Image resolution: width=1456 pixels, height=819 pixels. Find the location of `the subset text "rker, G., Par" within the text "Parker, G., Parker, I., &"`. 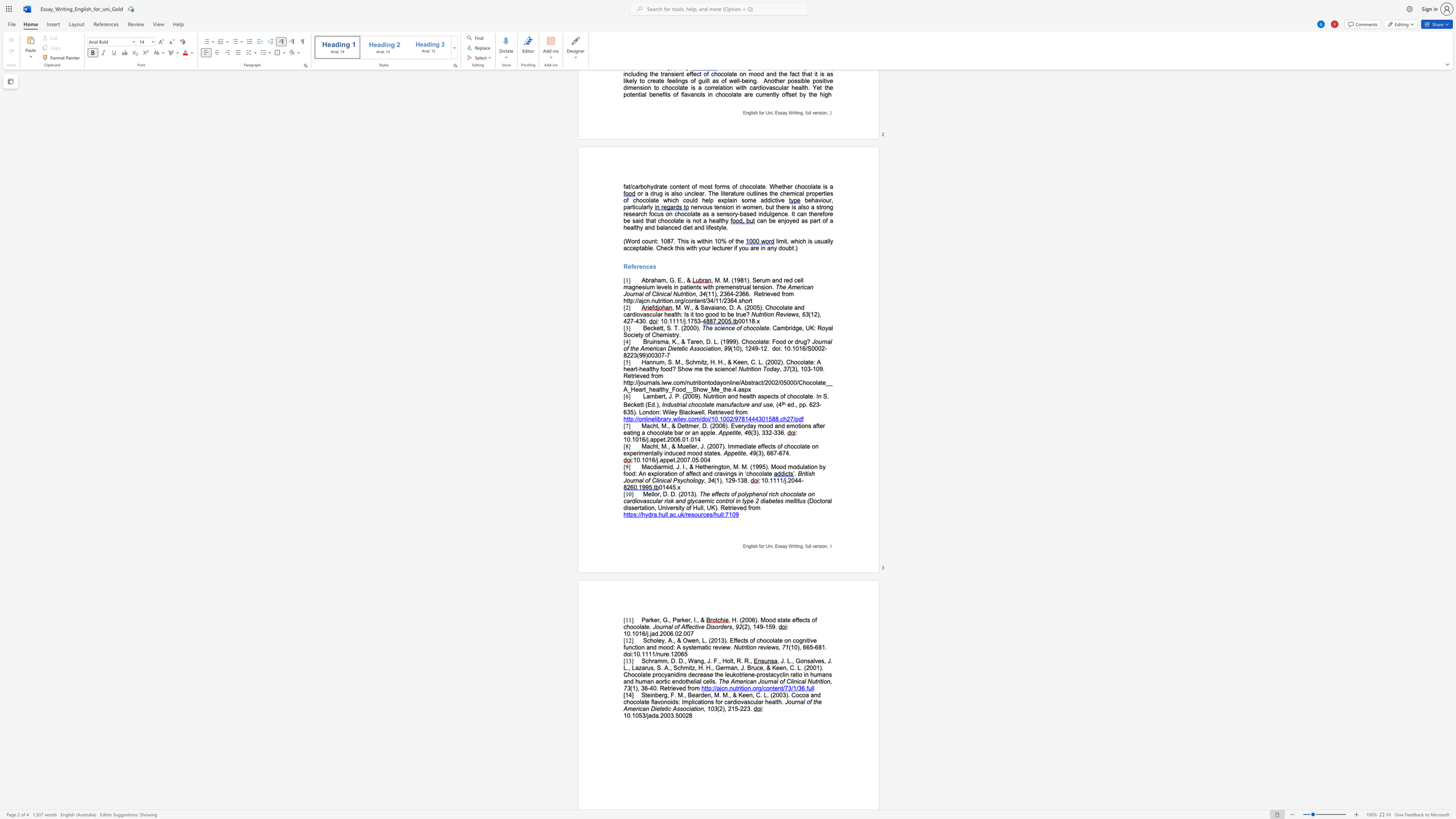

the subset text "rker, G., Par" within the text "Parker, G., Parker, I., &" is located at coordinates (648, 619).